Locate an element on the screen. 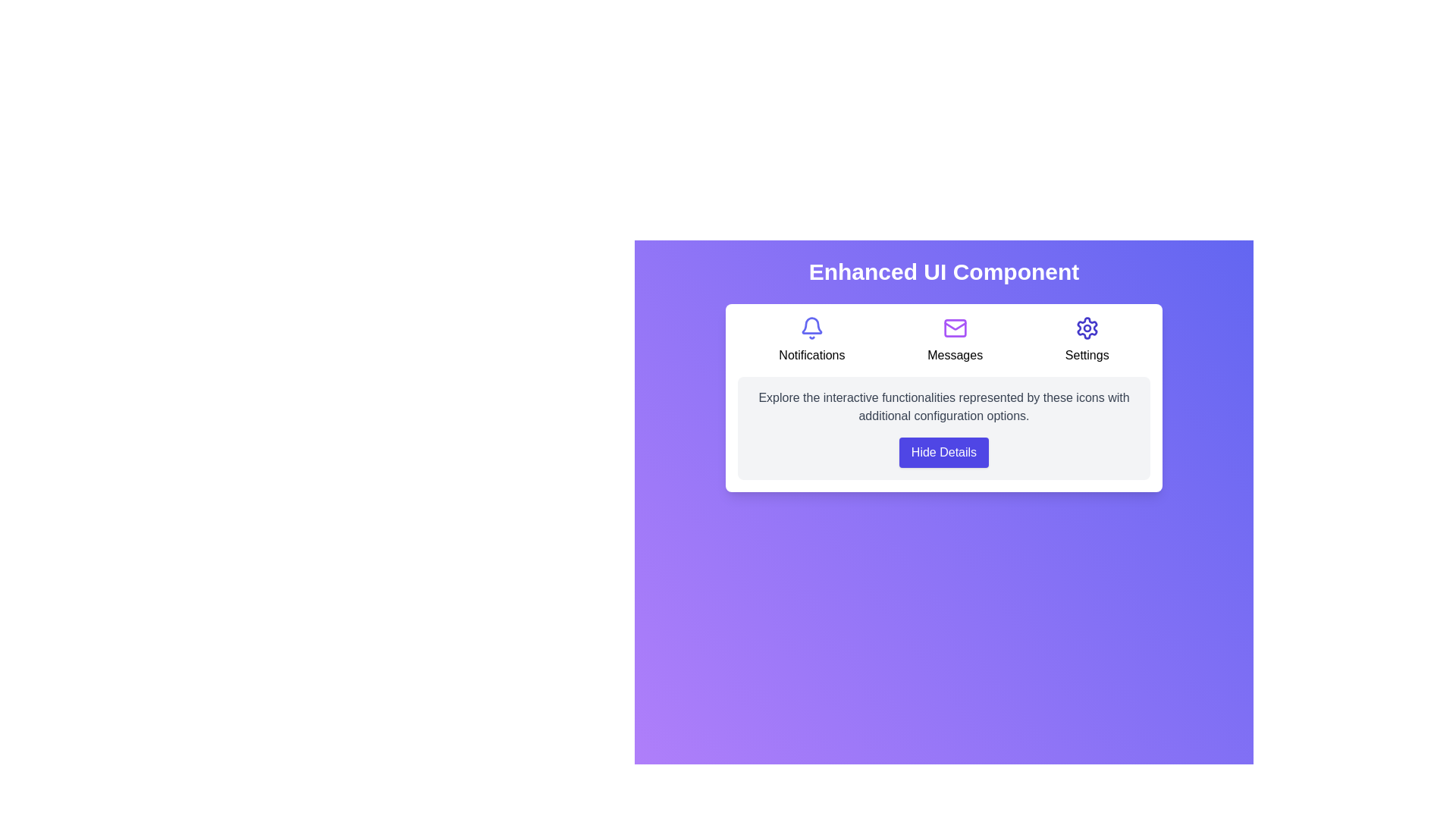 The width and height of the screenshot is (1456, 819). the decorative SVG graphic that is part of the mail icon, which is the second icon in a group of navigation icons labeled Notifications, Messages, and Settings is located at coordinates (954, 327).